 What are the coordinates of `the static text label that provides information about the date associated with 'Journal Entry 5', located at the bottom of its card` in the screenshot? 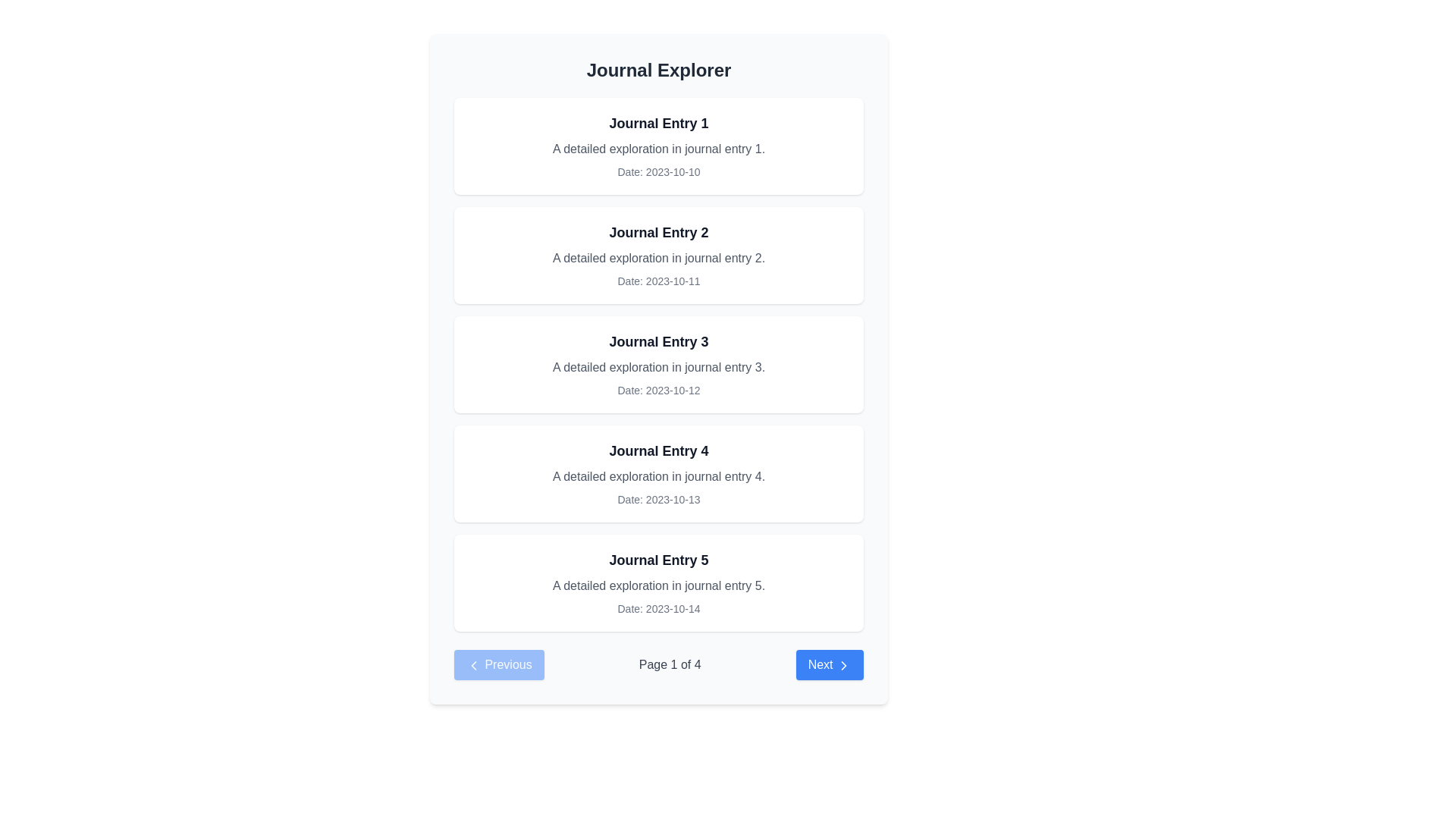 It's located at (658, 607).